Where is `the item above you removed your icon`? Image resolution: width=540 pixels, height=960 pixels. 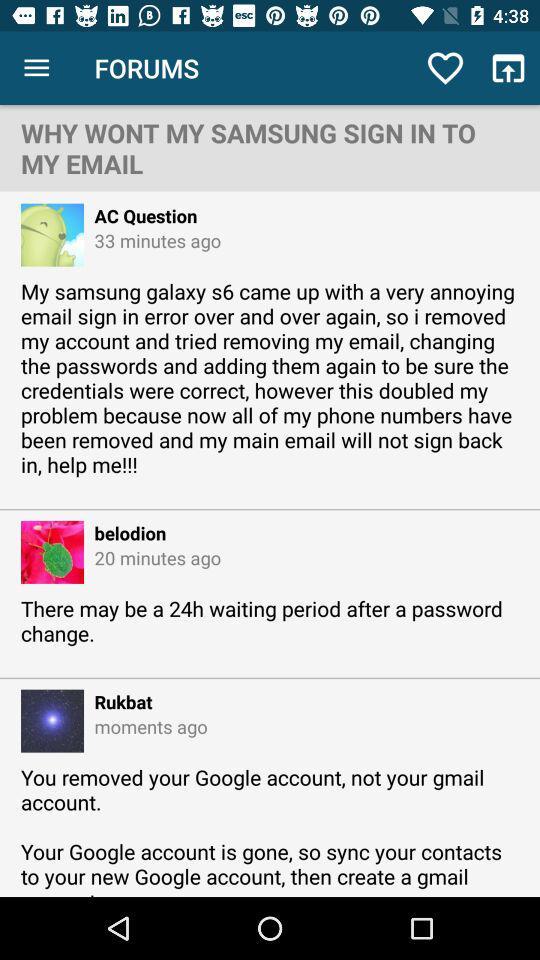 the item above you removed your icon is located at coordinates (144, 725).